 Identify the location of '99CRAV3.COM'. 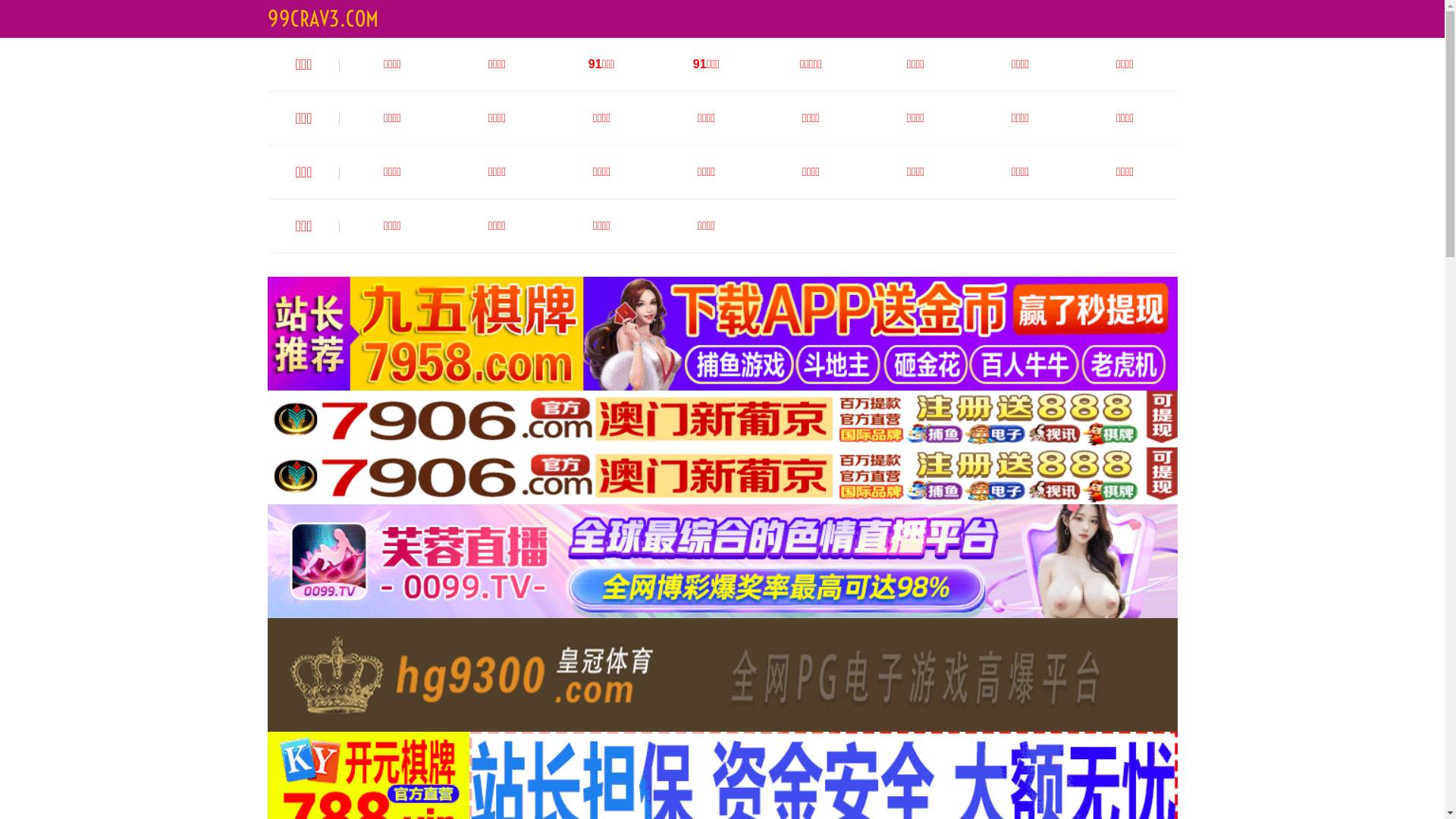
(322, 18).